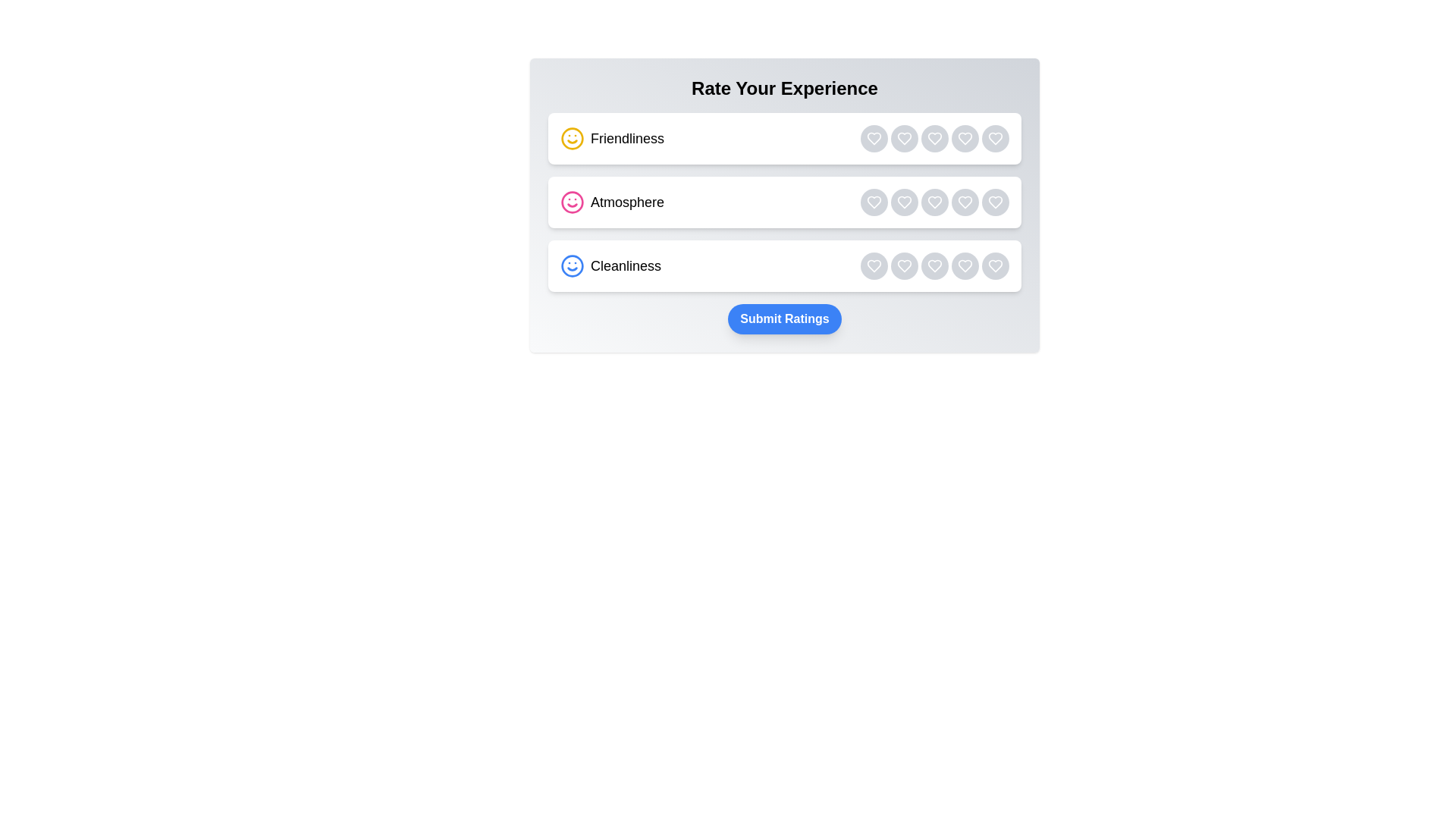 This screenshot has height=819, width=1456. I want to click on the rating button for category Friendliness with rating 4, so click(964, 138).